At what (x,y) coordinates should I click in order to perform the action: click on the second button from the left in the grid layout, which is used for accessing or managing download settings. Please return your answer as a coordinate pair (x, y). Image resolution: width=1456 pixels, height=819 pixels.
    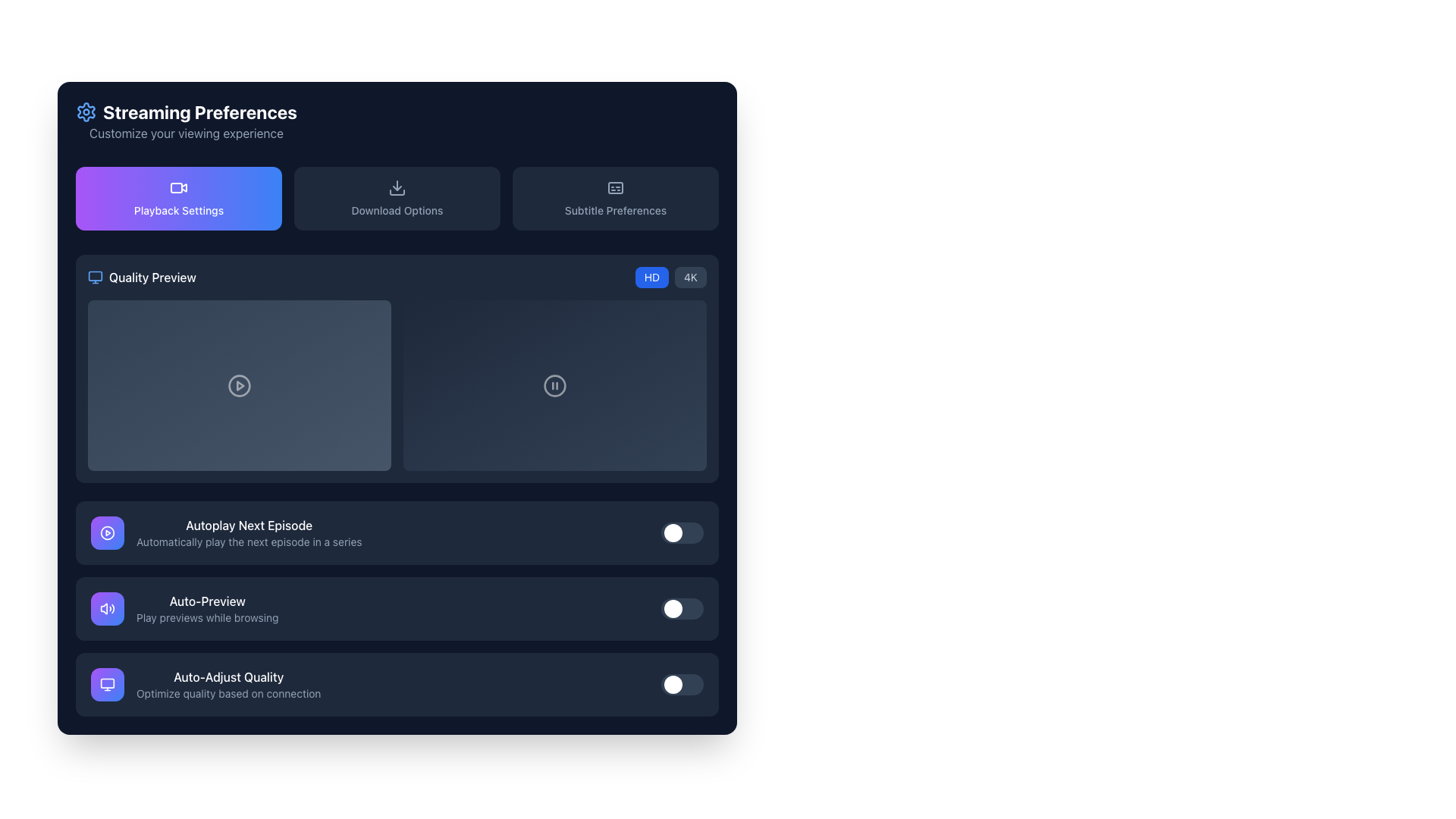
    Looking at the image, I should click on (397, 198).